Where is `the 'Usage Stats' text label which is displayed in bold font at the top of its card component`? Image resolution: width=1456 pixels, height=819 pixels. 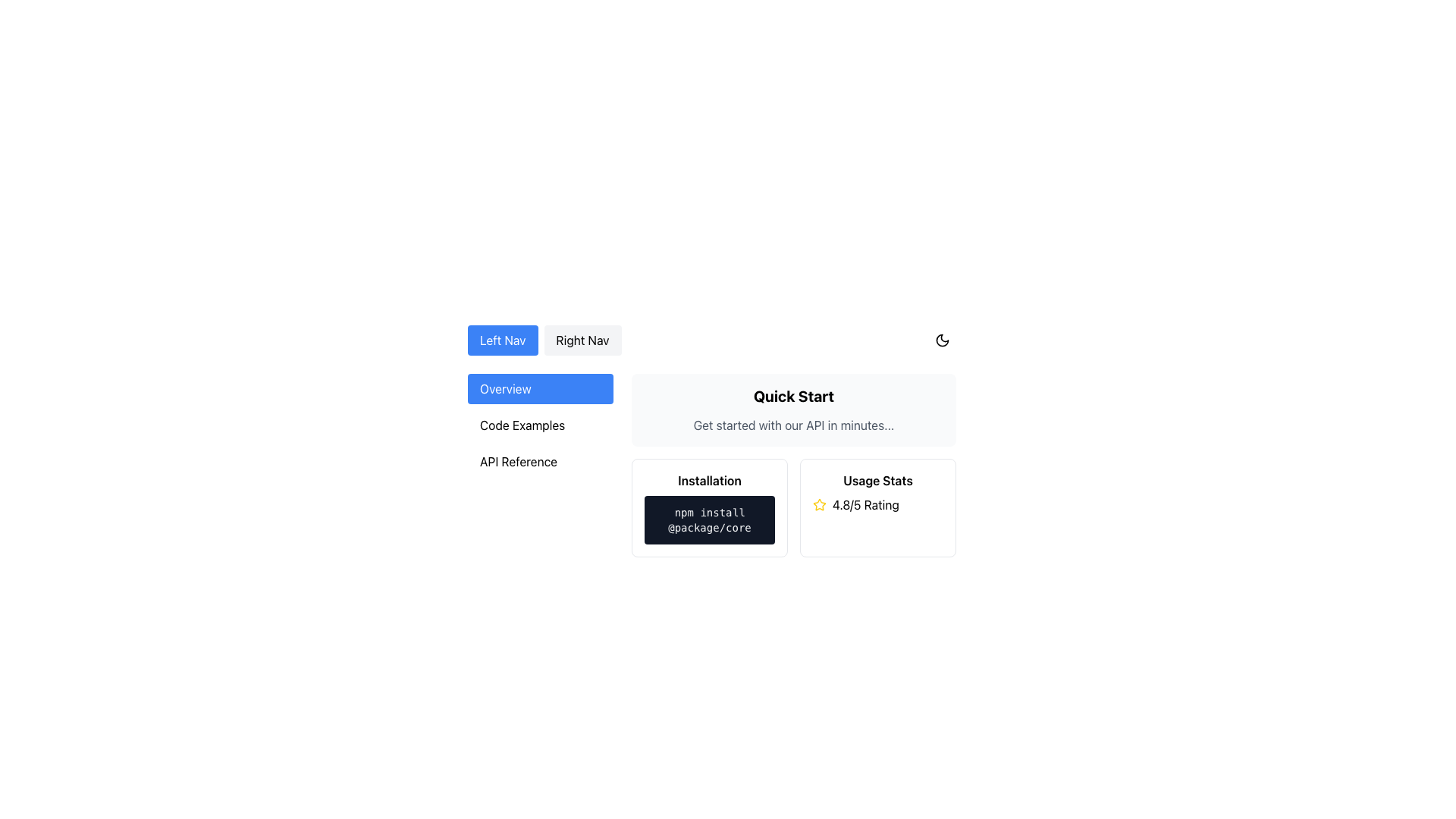
the 'Usage Stats' text label which is displayed in bold font at the top of its card component is located at coordinates (877, 480).